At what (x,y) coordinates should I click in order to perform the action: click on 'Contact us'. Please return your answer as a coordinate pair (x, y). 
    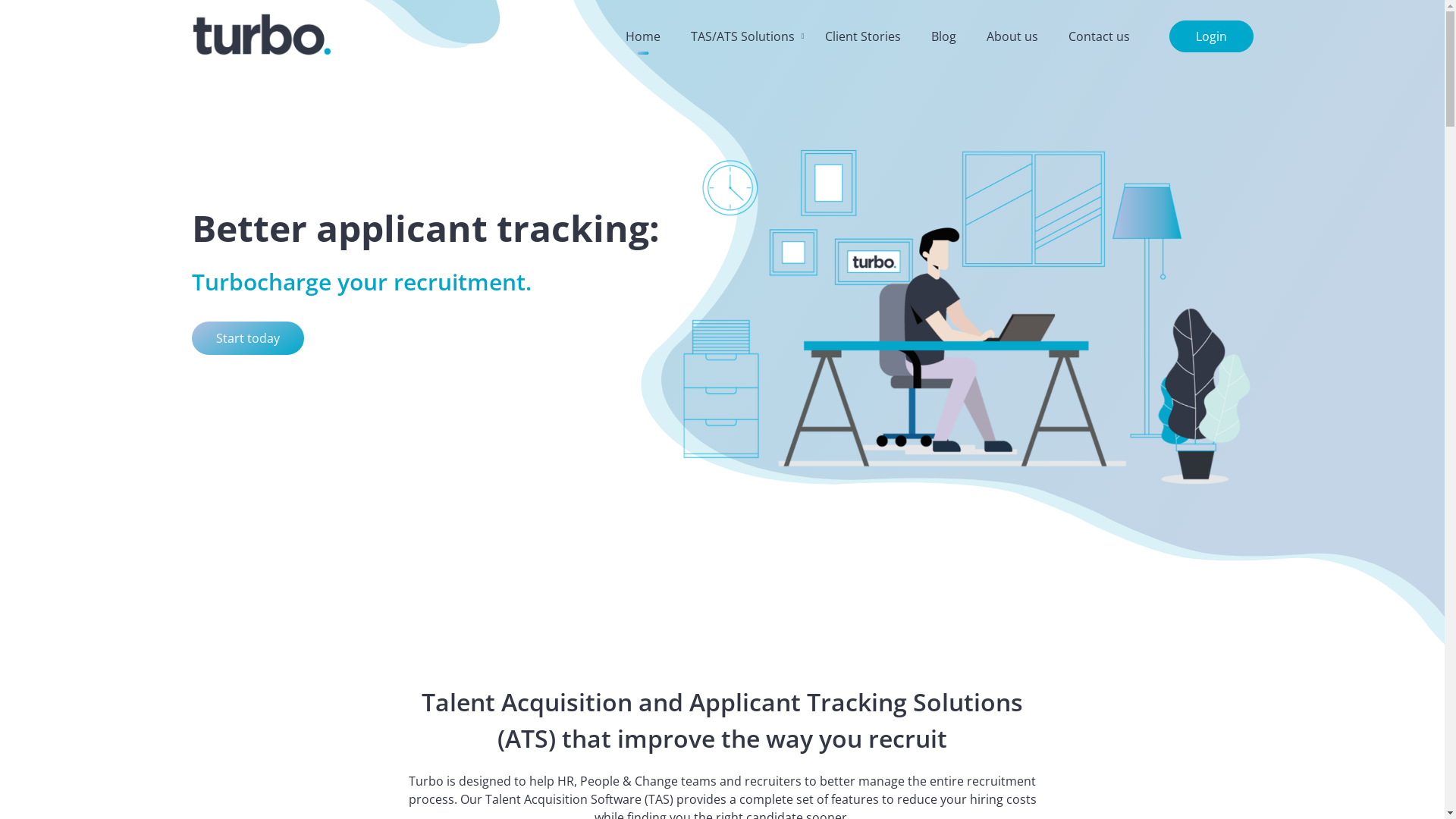
    Looking at the image, I should click on (1098, 35).